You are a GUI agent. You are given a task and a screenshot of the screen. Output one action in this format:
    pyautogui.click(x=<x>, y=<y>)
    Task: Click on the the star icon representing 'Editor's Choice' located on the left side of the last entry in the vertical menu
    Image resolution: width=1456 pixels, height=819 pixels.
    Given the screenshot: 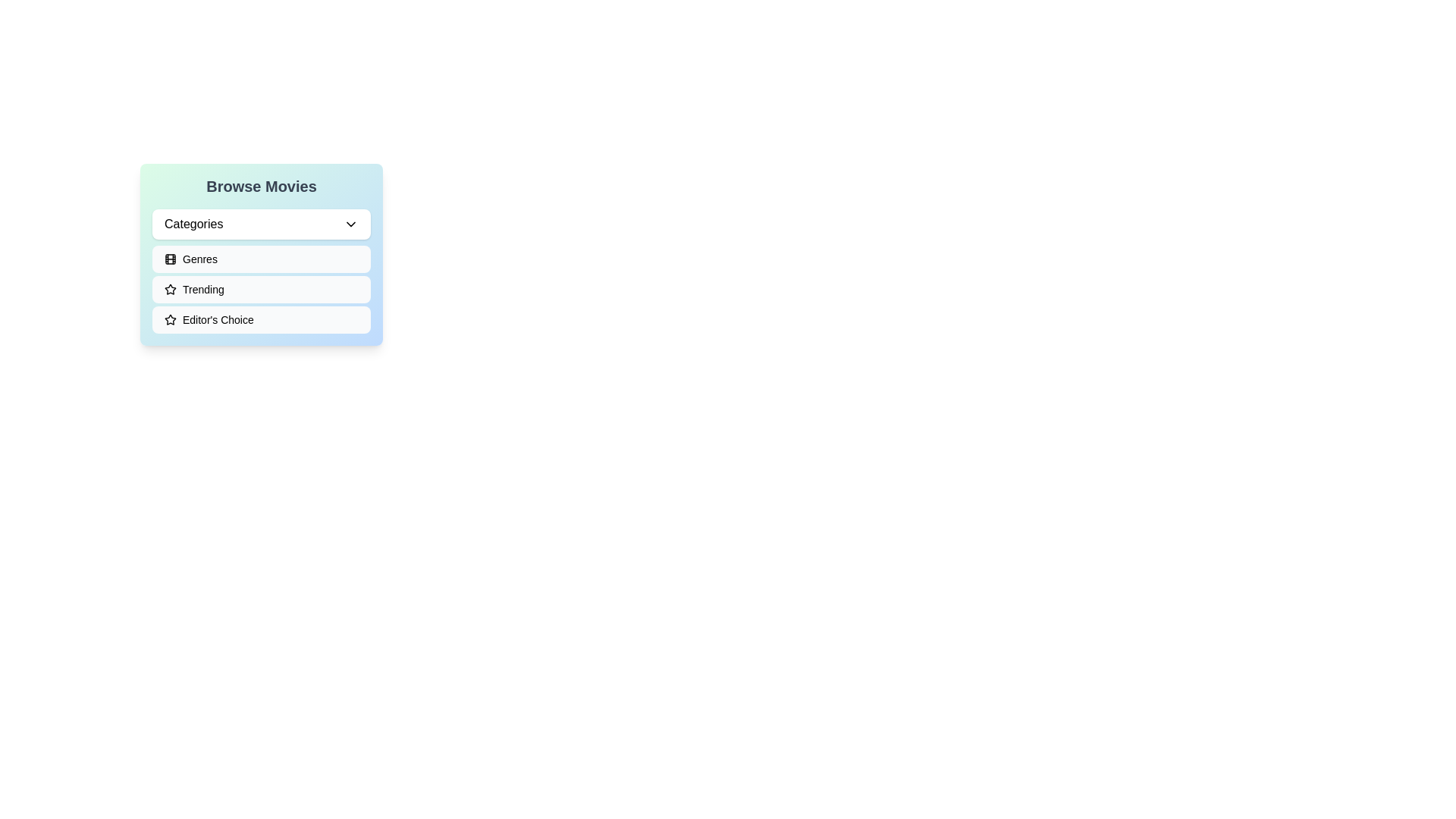 What is the action you would take?
    pyautogui.click(x=171, y=318)
    